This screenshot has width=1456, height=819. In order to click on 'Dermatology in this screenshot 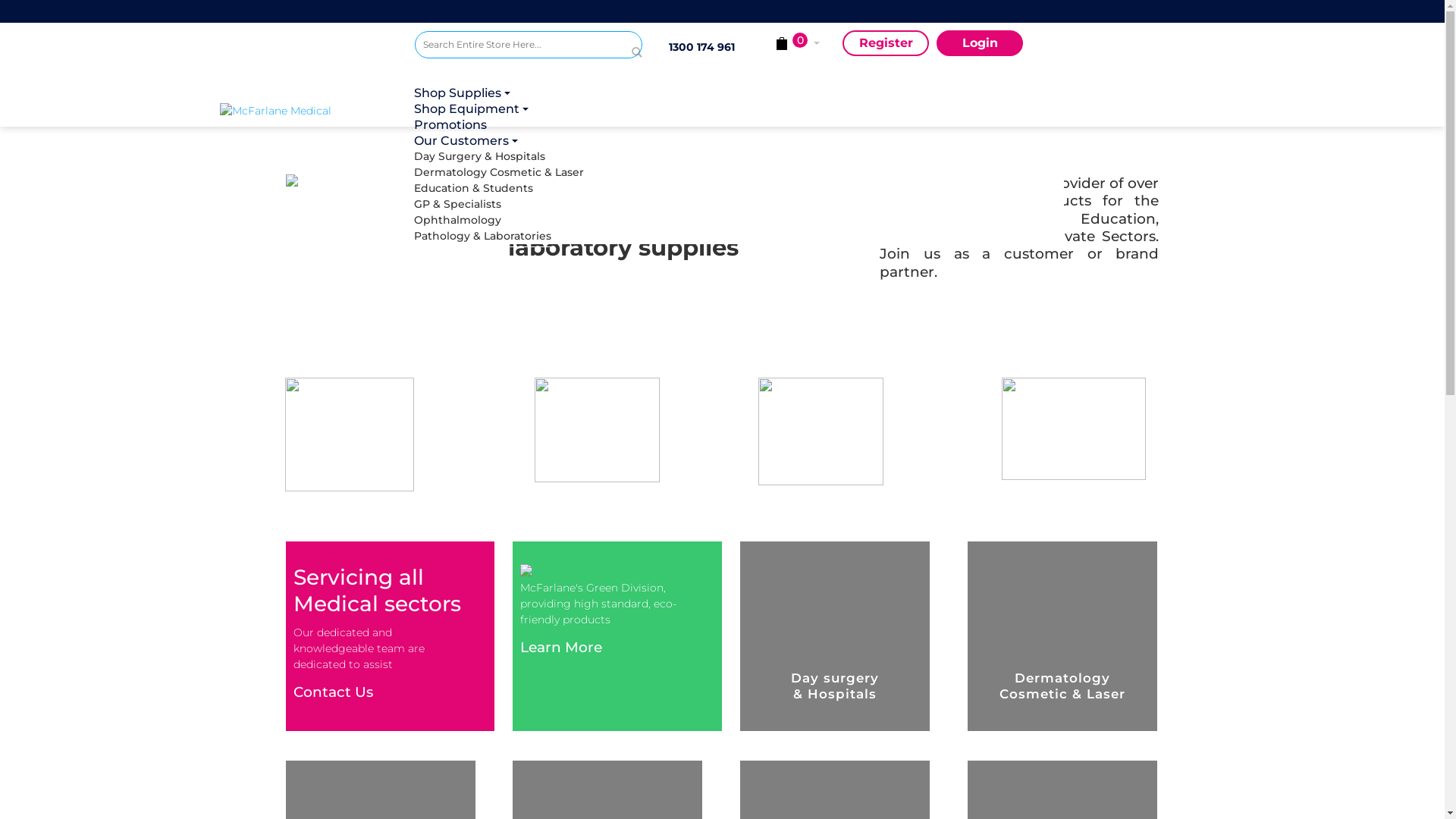, I will do `click(1072, 636)`.